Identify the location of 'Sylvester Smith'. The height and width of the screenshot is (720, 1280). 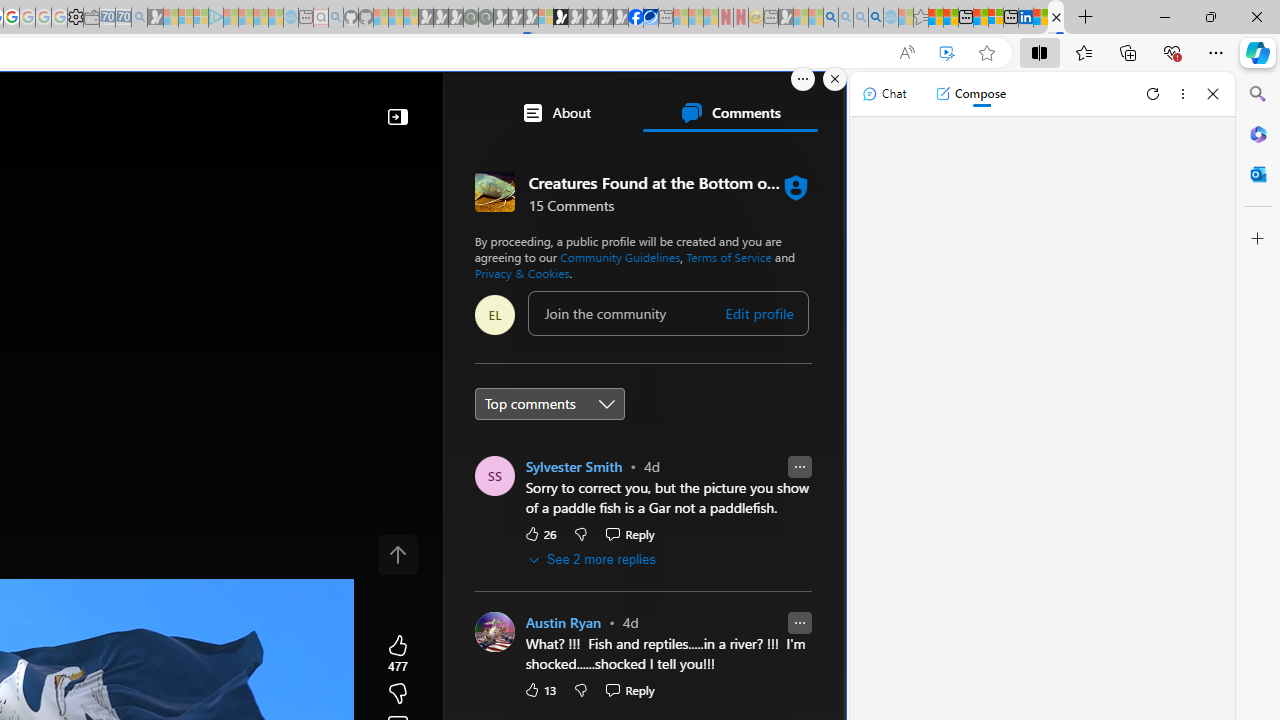
(573, 466).